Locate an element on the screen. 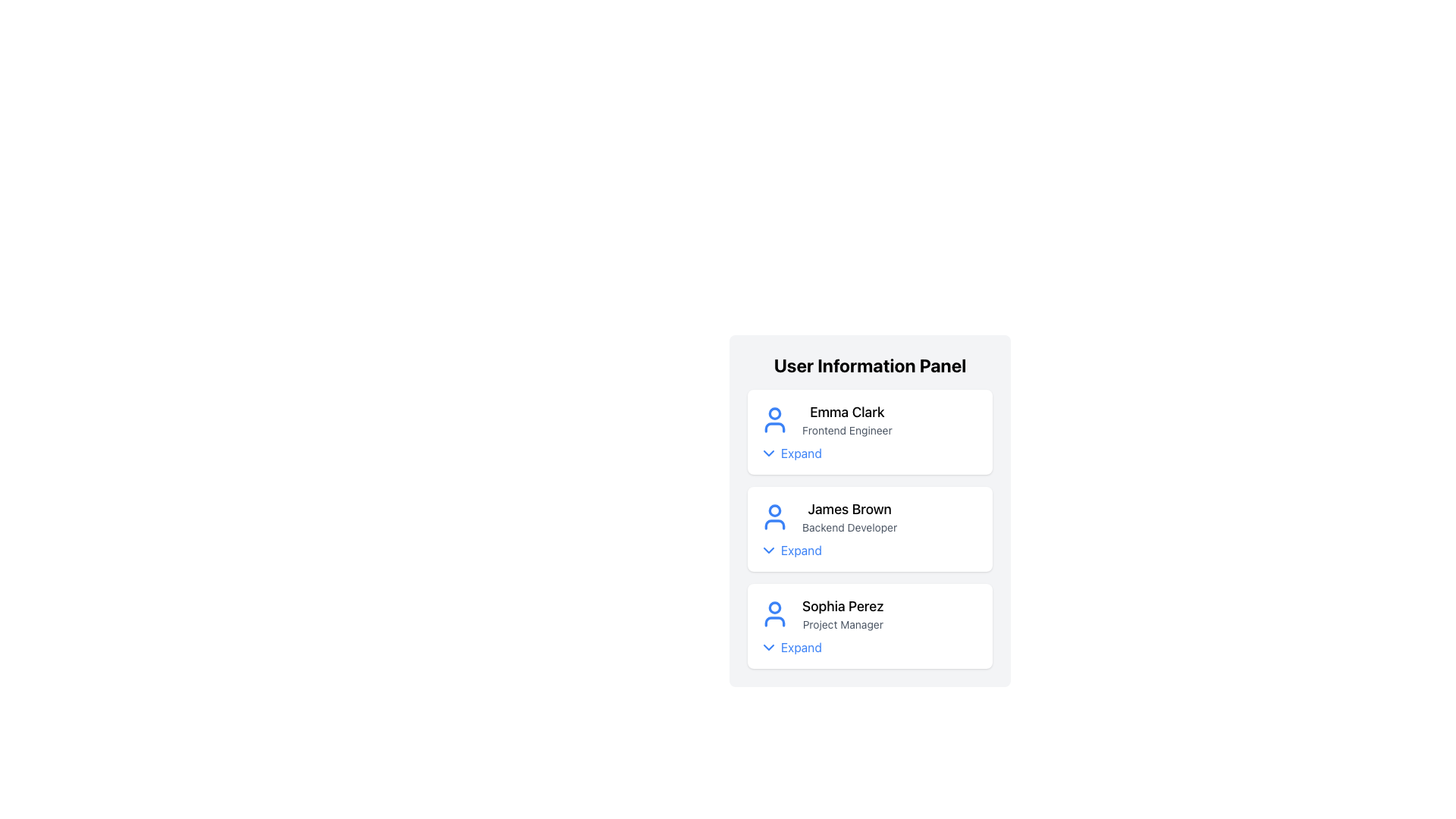  the downward-pointing chevron icon located next to the 'Expand' text in the third user detail card for 'Sophia Perez, Project Manager' is located at coordinates (768, 647).